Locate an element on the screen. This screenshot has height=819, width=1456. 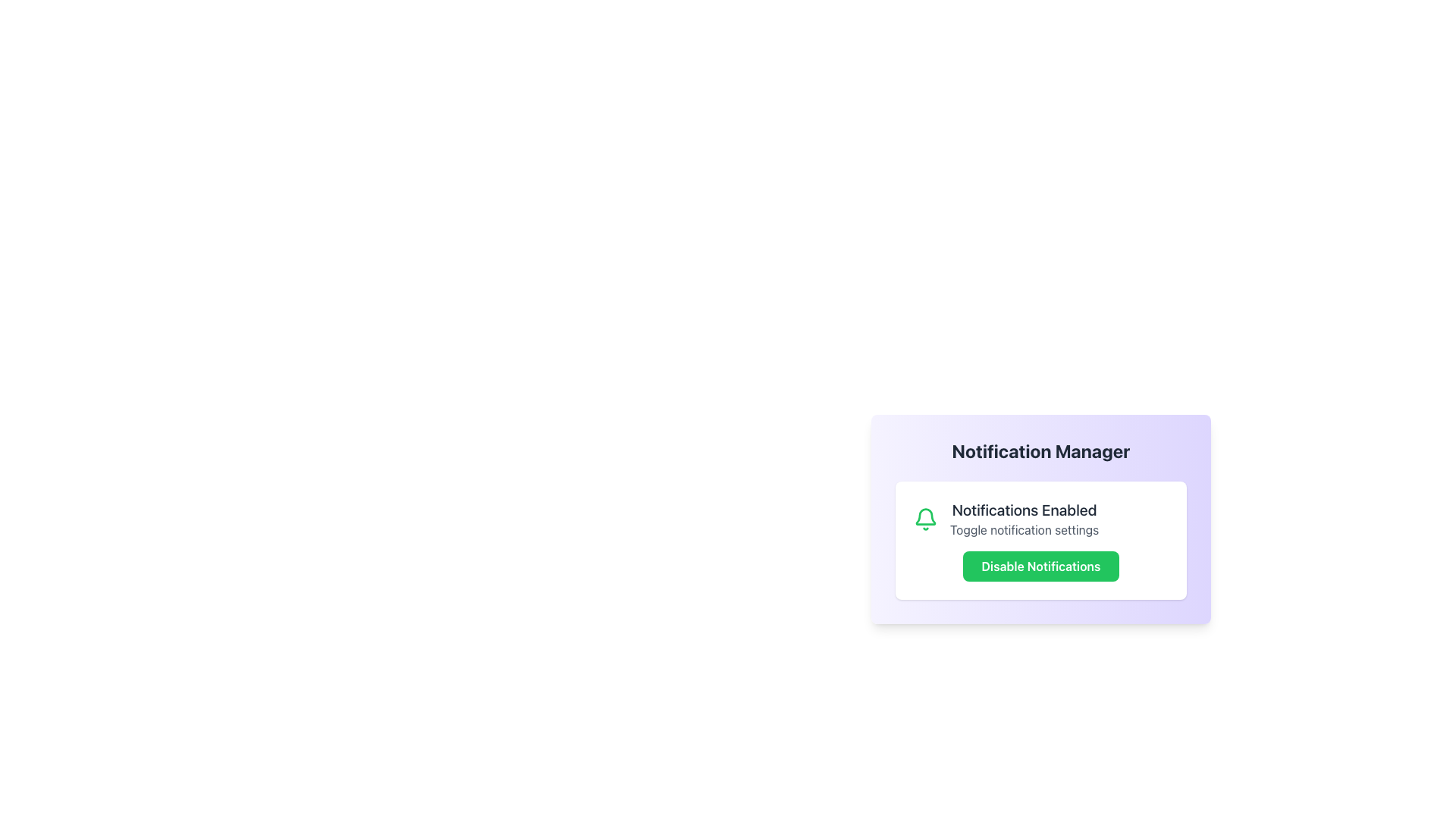
the button located at the bottom of the white card labeled 'Notifications Enabled' in the Notification Manager section is located at coordinates (1040, 566).